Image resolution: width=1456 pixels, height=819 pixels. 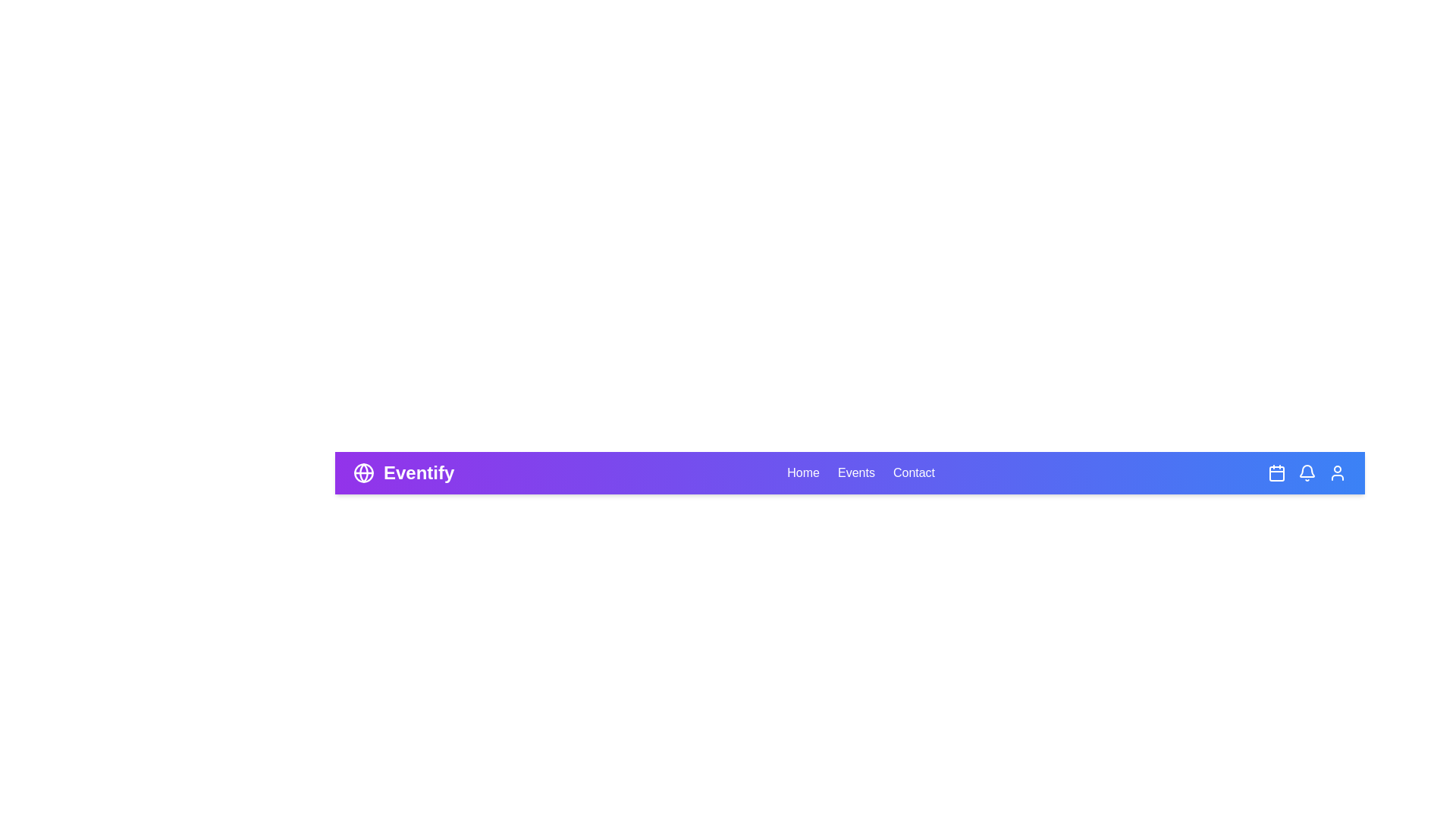 What do you see at coordinates (419, 472) in the screenshot?
I see `the 'Eventify' text to navigate to the homepage` at bounding box center [419, 472].